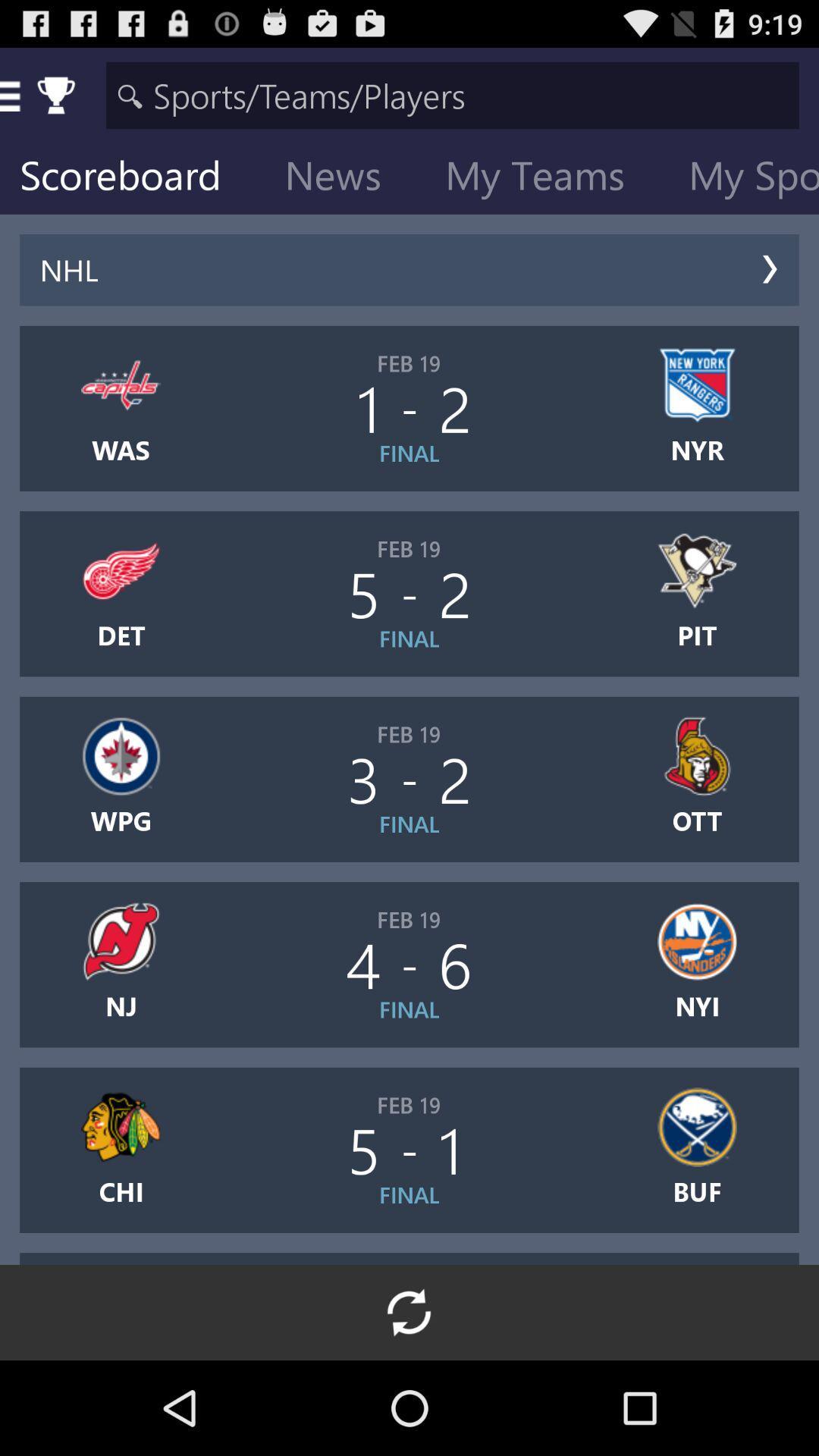 This screenshot has width=819, height=1456. I want to click on item to the right of scoreboard item, so click(345, 178).